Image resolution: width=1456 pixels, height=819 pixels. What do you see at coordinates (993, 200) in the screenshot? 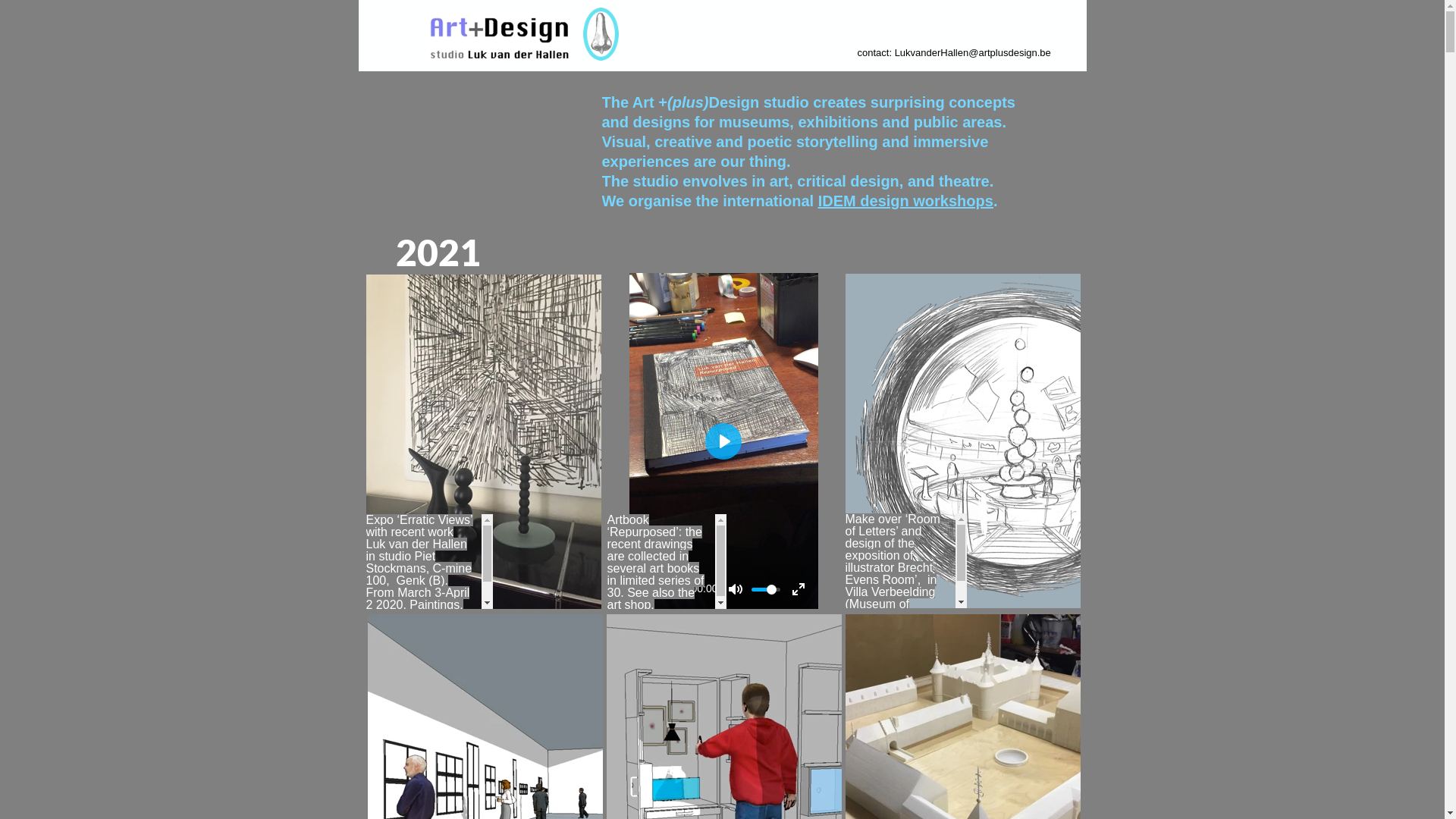
I see `'.'` at bounding box center [993, 200].